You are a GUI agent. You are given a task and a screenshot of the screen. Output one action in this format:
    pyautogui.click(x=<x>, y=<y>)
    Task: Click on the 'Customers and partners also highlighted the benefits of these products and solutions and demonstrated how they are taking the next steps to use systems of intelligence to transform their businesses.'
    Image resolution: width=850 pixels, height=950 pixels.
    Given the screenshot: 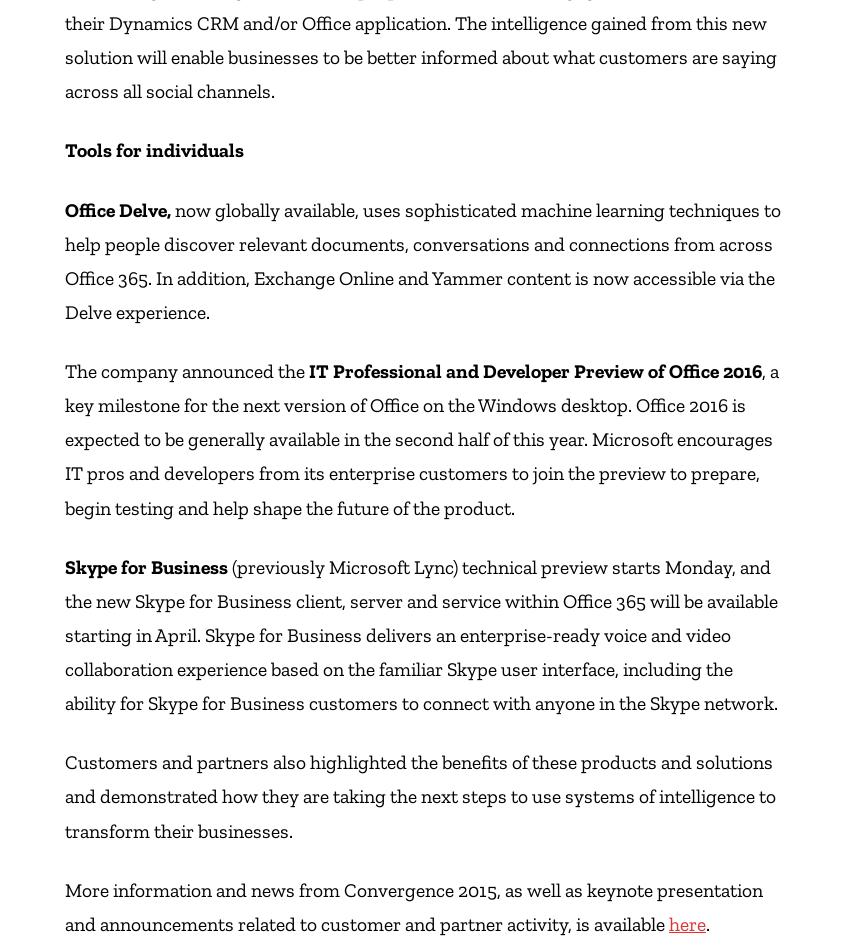 What is the action you would take?
    pyautogui.click(x=65, y=795)
    